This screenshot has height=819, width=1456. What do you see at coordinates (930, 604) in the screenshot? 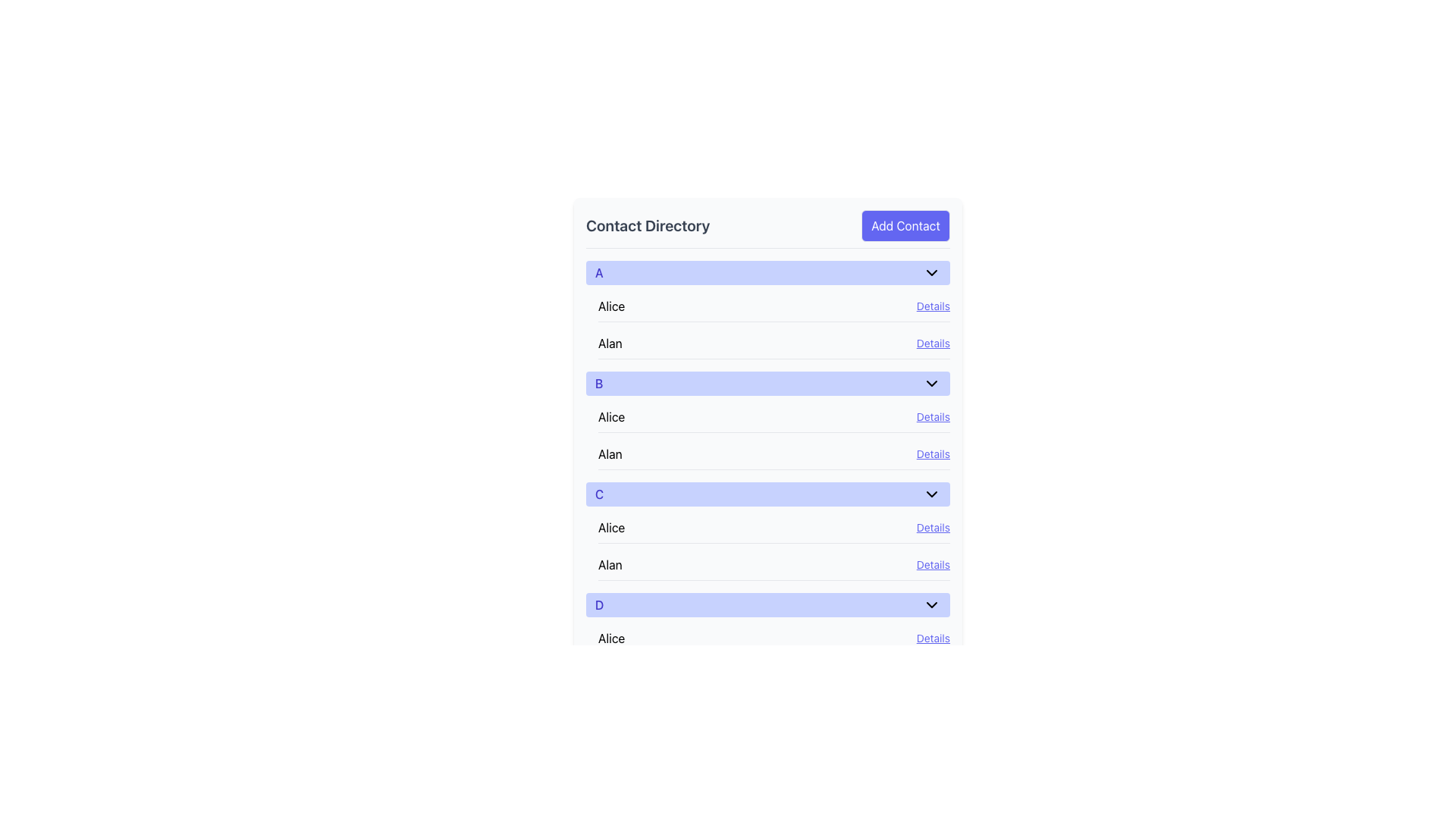
I see `the downward-pointing chevron icon in the collapsible section header labeled 'D', which is displayed in black on a light indigo background` at bounding box center [930, 604].